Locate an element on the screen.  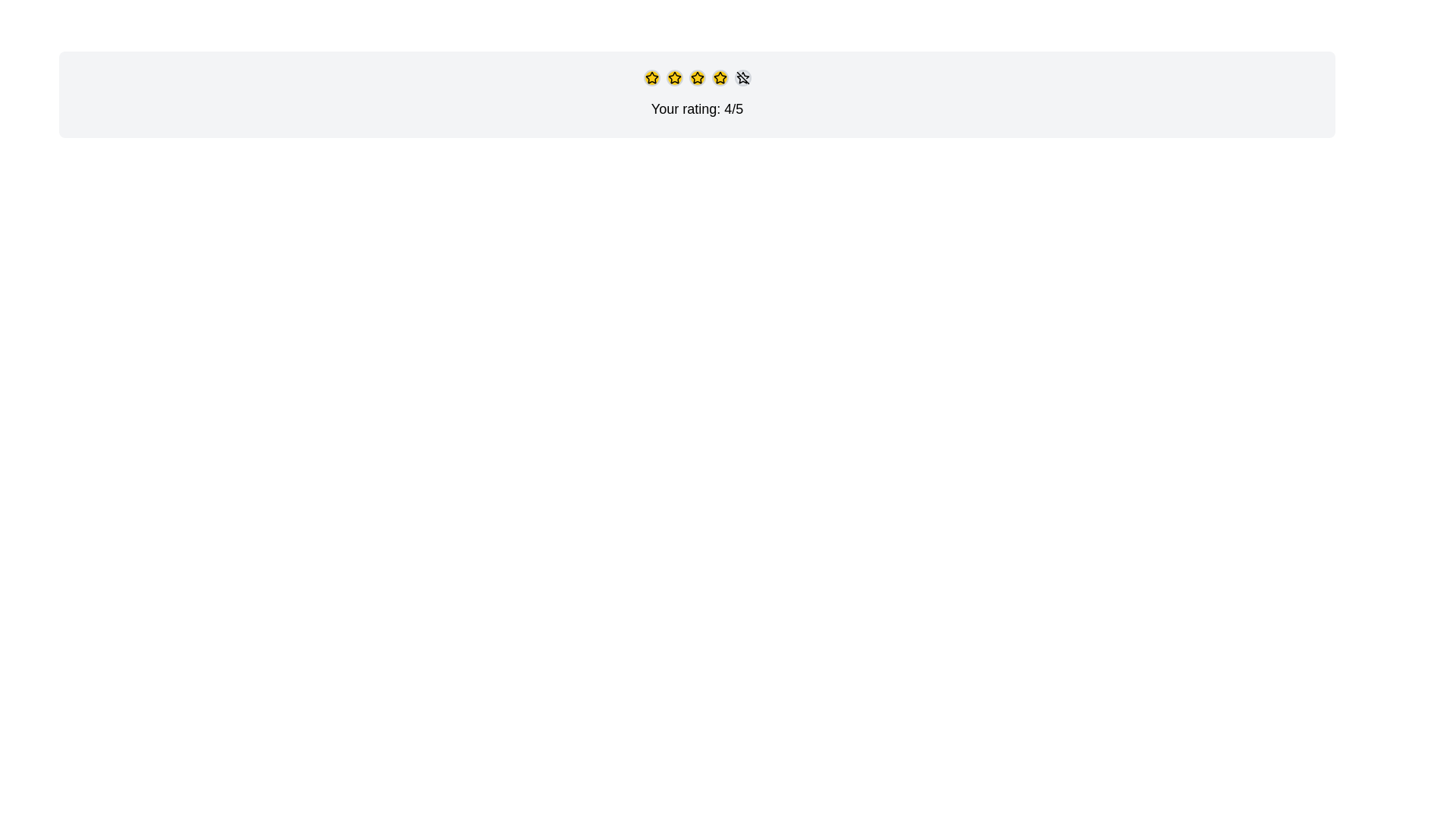
the crossed-out star rating icon, which is the fifth icon in a horizontal row of five is located at coordinates (742, 78).